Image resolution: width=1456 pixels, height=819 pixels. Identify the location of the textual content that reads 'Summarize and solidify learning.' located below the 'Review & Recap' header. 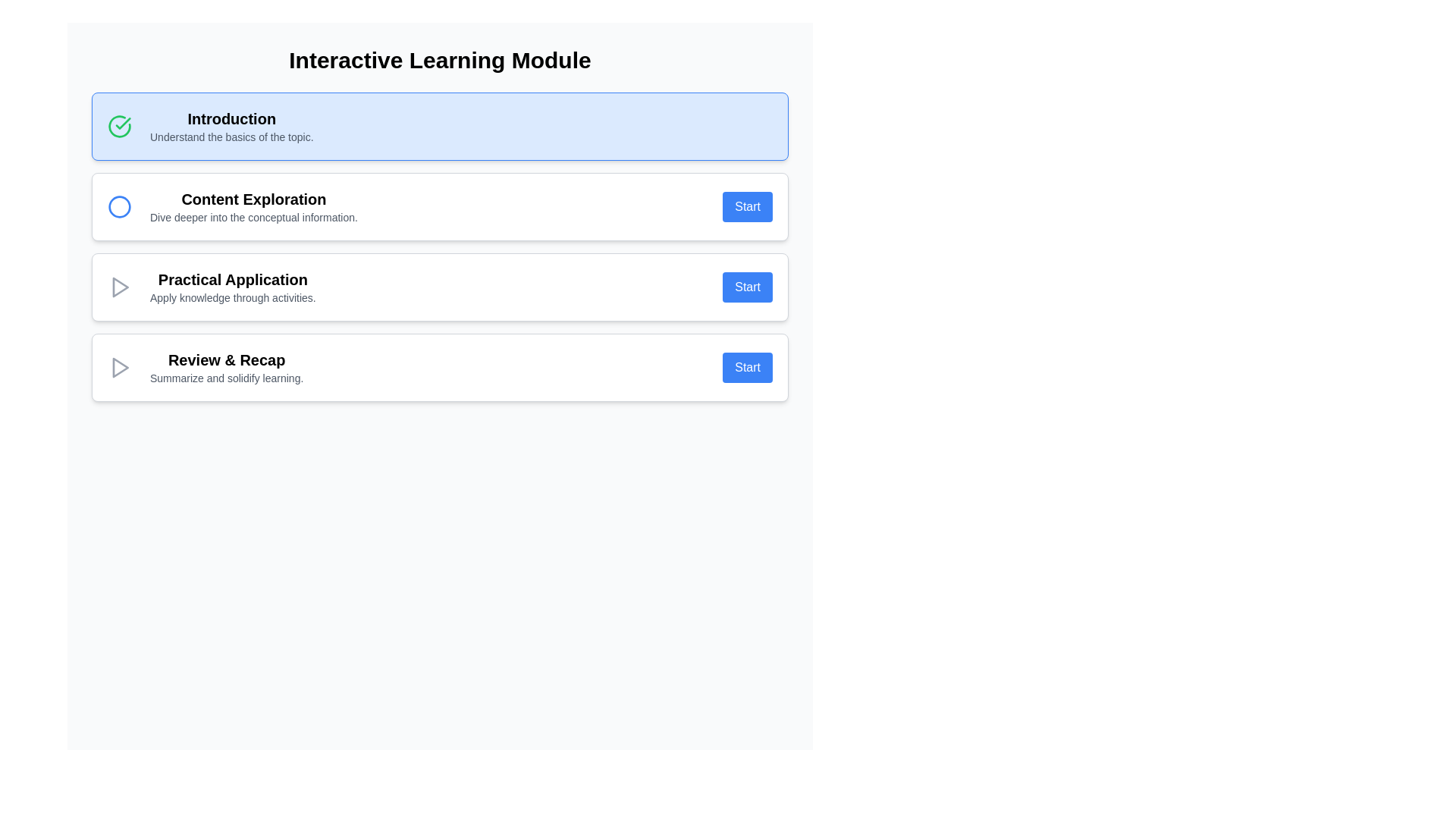
(226, 377).